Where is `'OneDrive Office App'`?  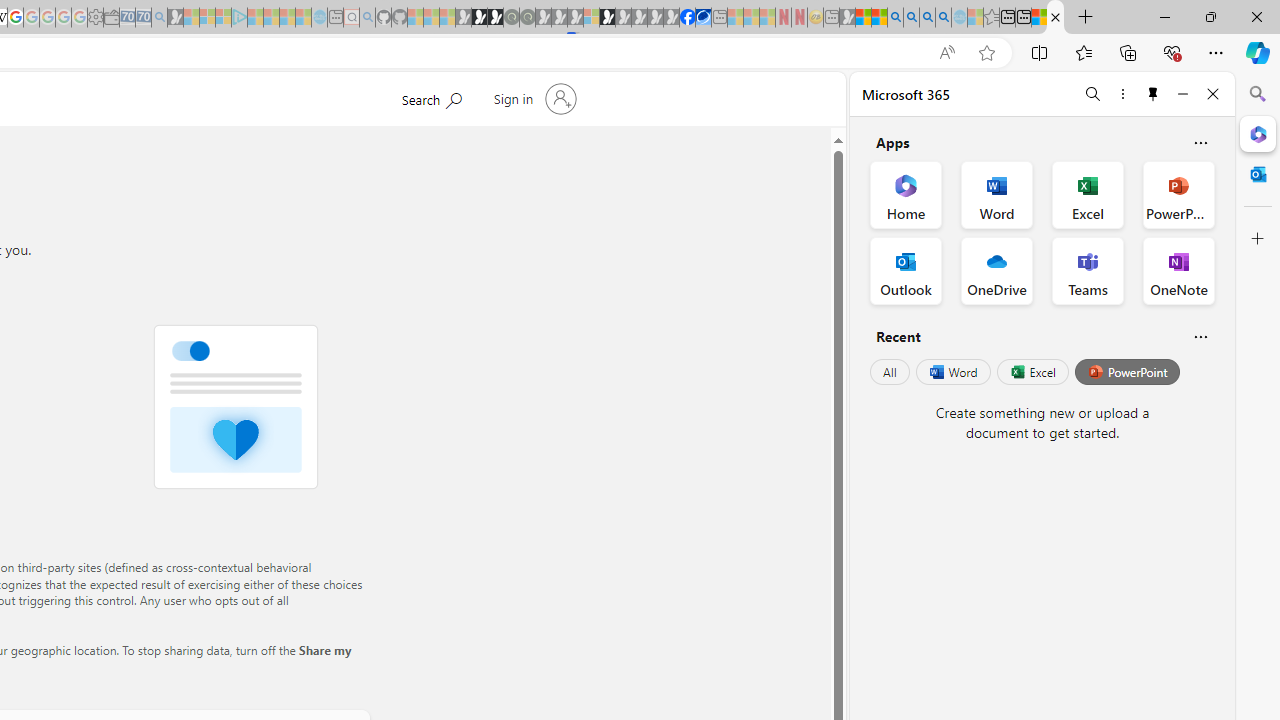
'OneDrive Office App' is located at coordinates (997, 271).